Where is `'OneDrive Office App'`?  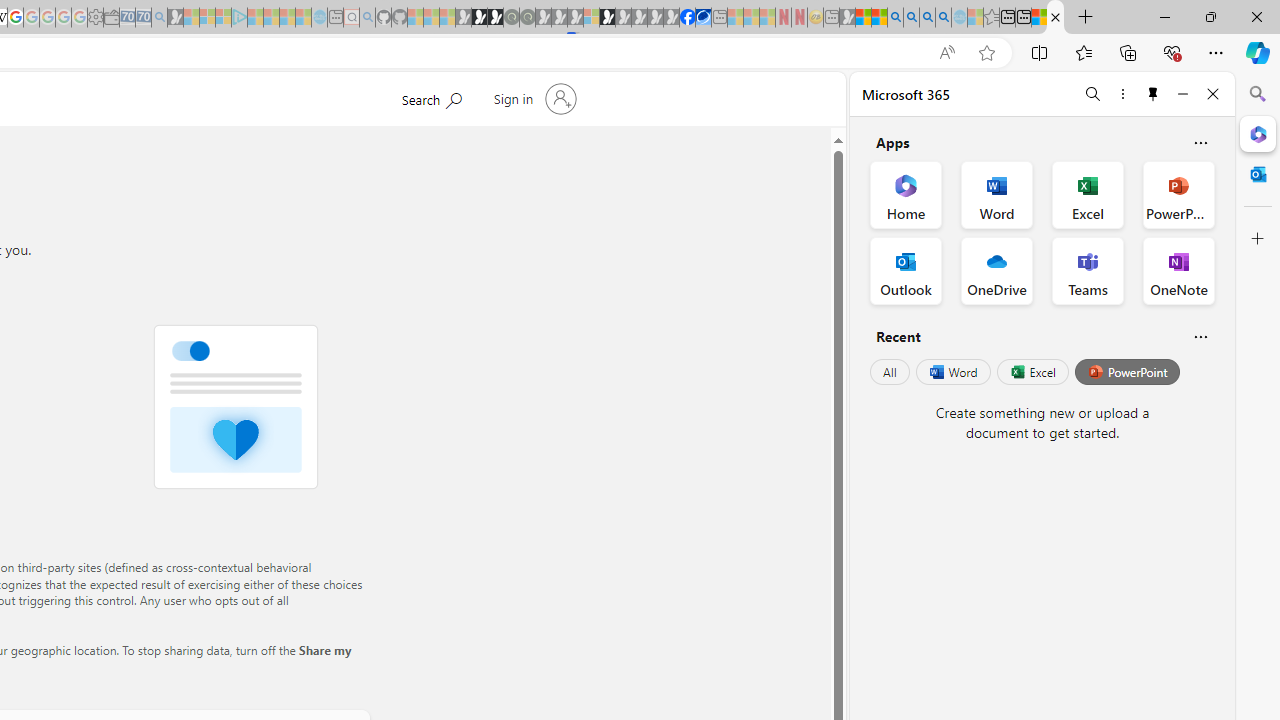
'OneDrive Office App' is located at coordinates (997, 271).